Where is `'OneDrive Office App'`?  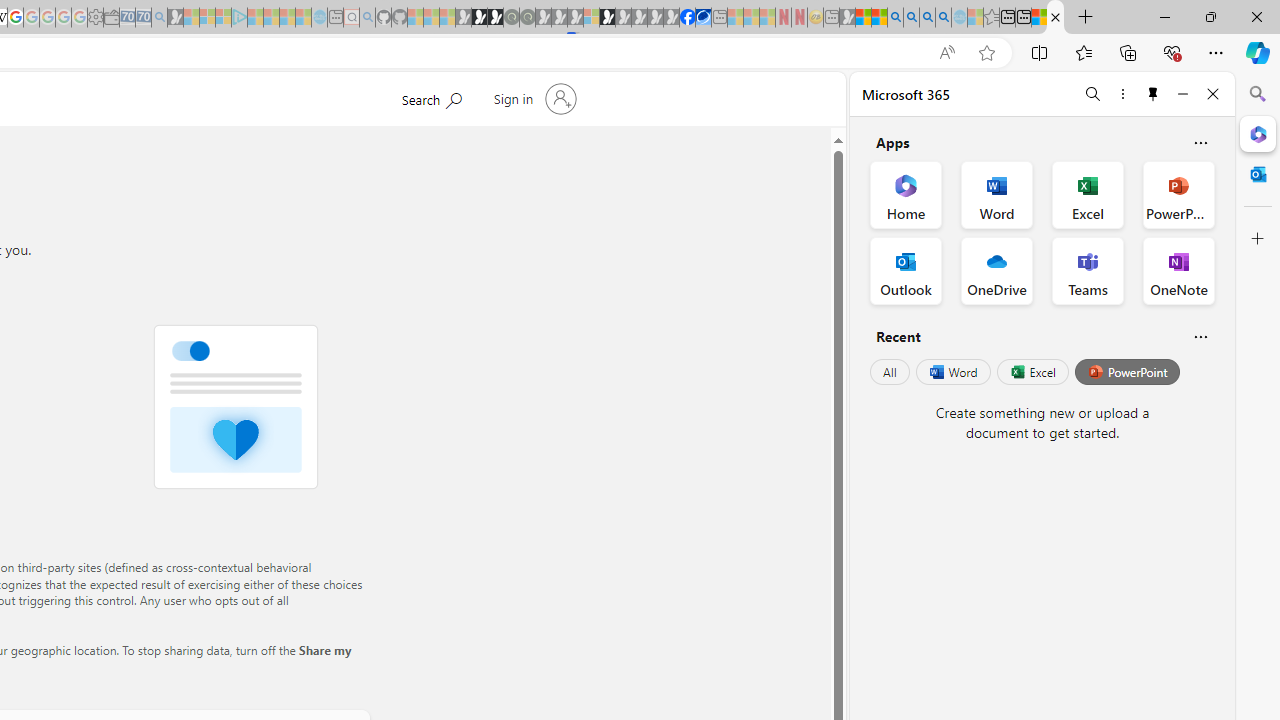
'OneDrive Office App' is located at coordinates (997, 271).